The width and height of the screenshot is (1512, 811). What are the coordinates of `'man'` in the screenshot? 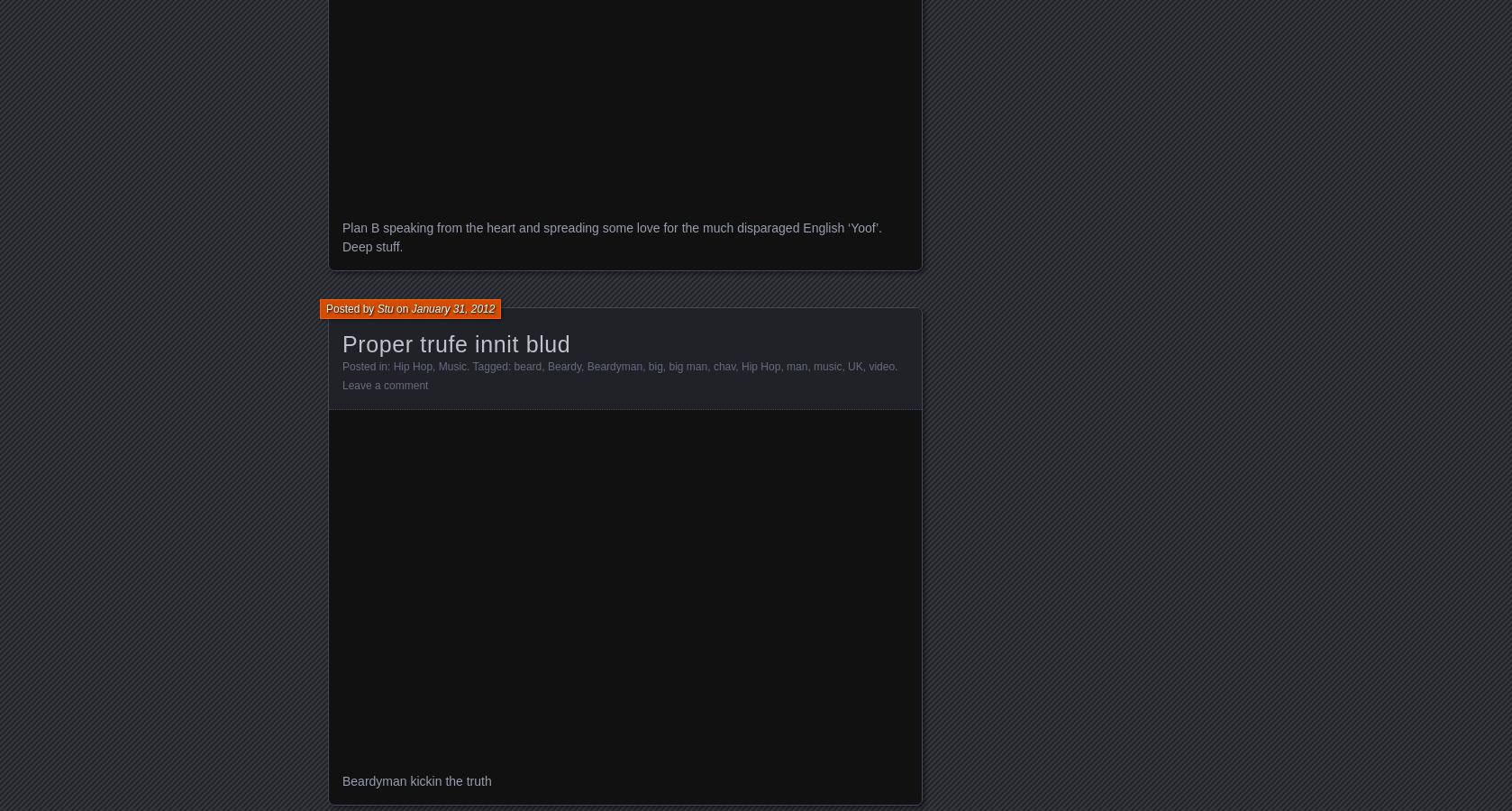 It's located at (797, 366).